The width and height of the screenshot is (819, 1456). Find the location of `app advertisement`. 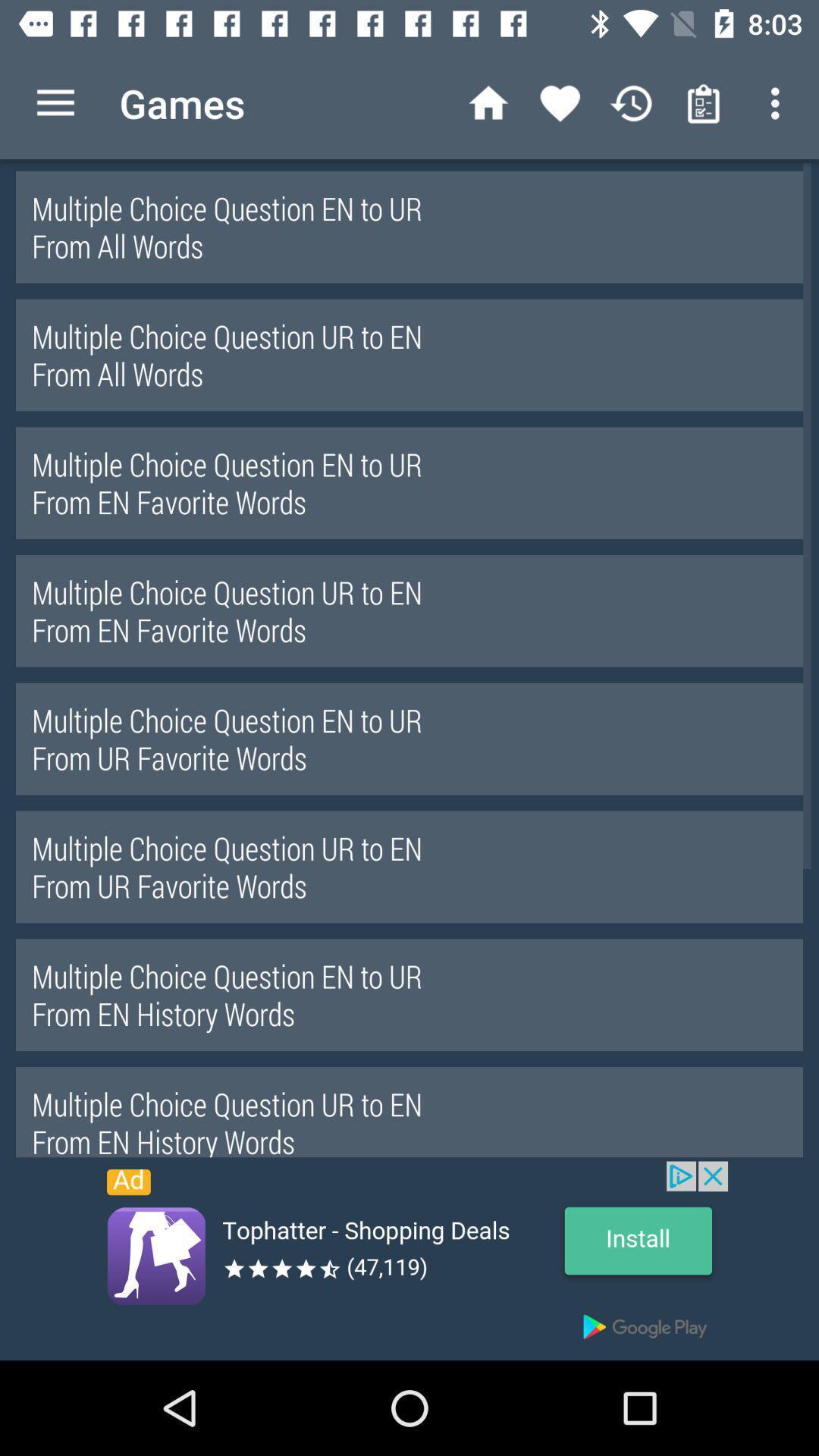

app advertisement is located at coordinates (409, 1260).